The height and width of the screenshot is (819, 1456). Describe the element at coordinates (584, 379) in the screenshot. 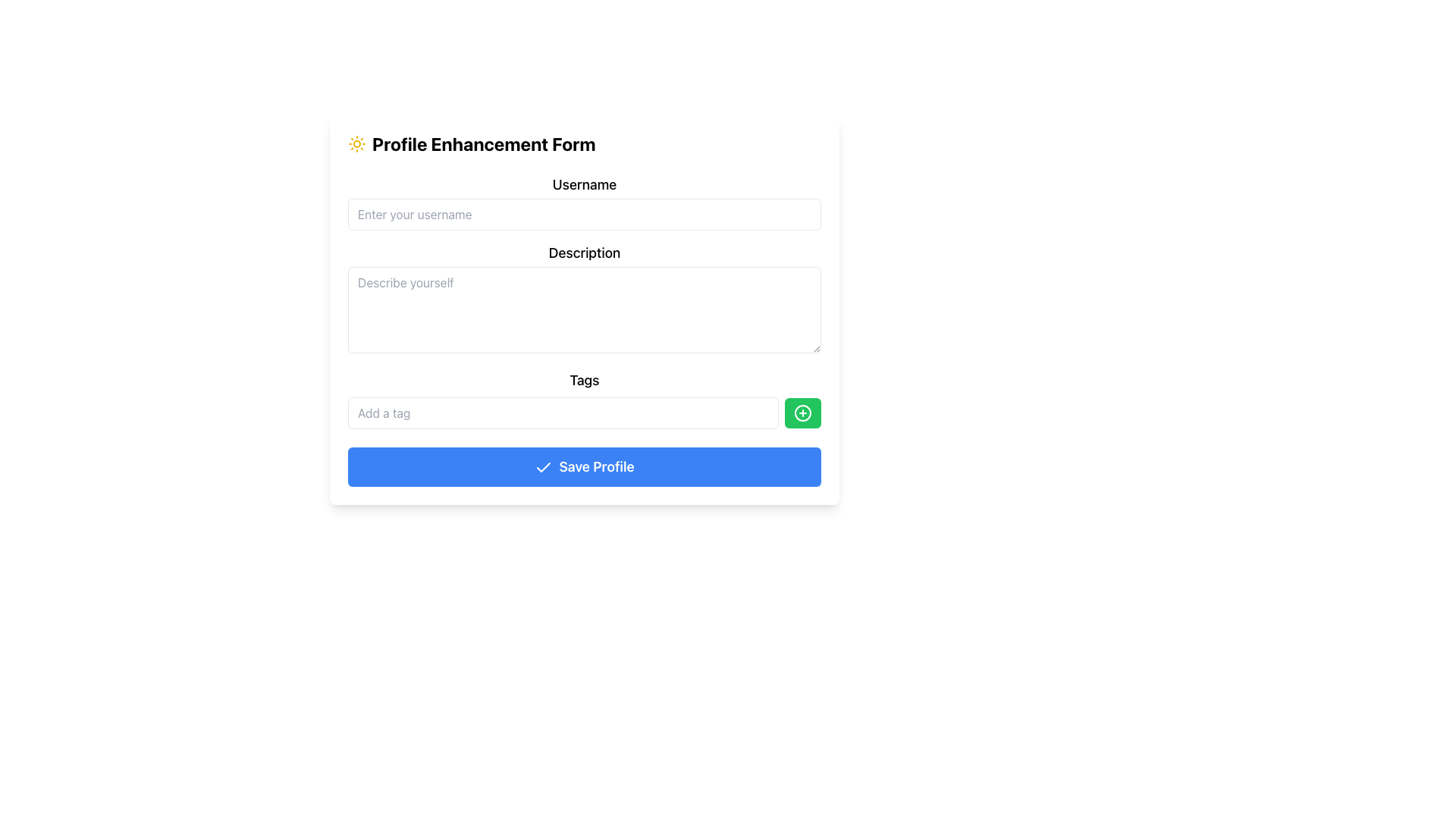

I see `the text label indicating the purpose of the adjacent input field for adding tags, located above the 'Add a tag' text input field` at that location.